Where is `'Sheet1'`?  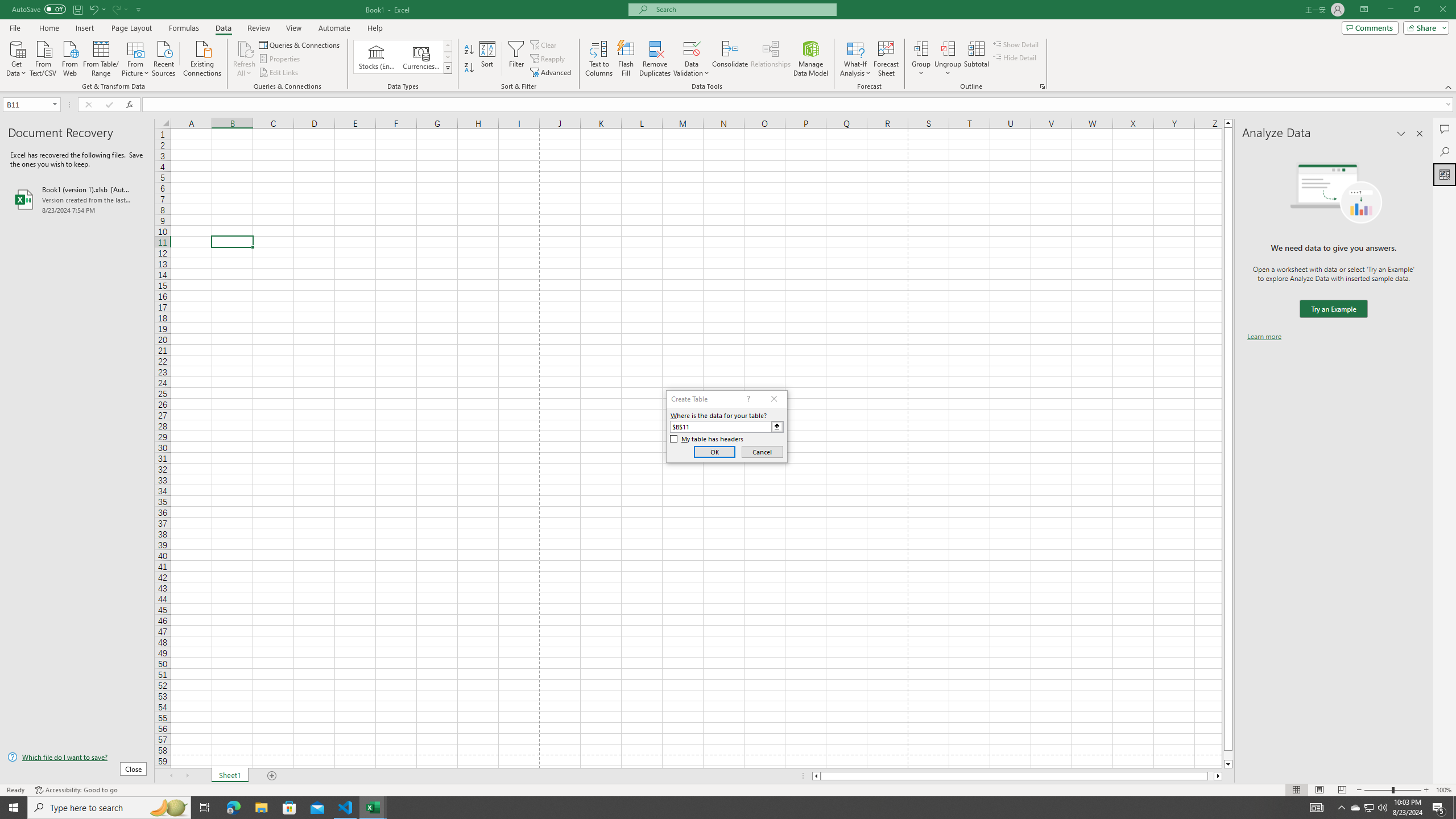
'Sheet1' is located at coordinates (229, 775).